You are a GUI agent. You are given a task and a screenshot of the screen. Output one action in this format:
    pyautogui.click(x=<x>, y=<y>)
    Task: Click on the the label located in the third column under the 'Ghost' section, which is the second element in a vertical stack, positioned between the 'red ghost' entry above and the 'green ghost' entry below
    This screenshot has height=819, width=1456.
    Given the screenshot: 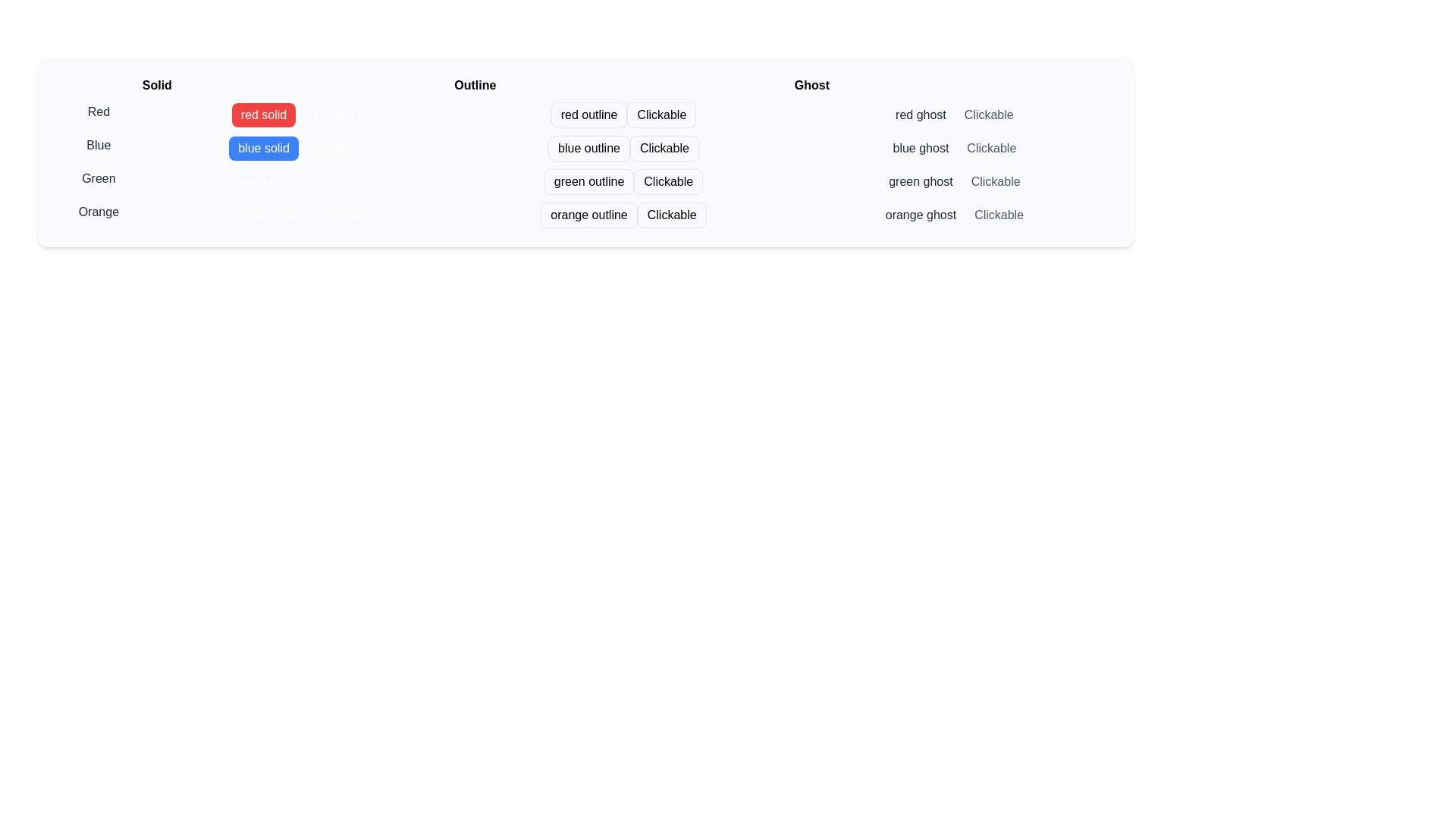 What is the action you would take?
    pyautogui.click(x=920, y=149)
    